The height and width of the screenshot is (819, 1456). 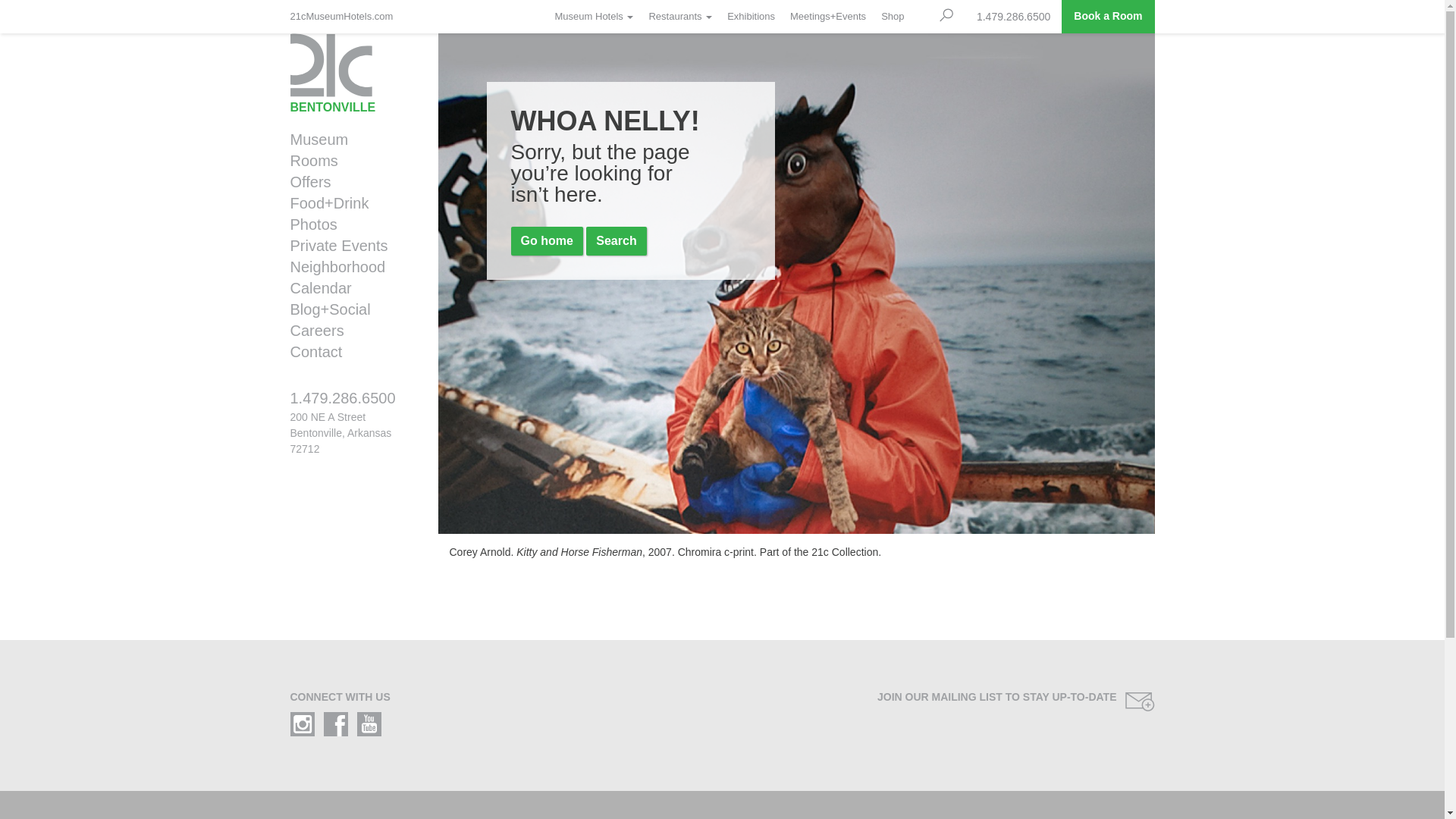 I want to click on 'Offers', so click(x=347, y=180).